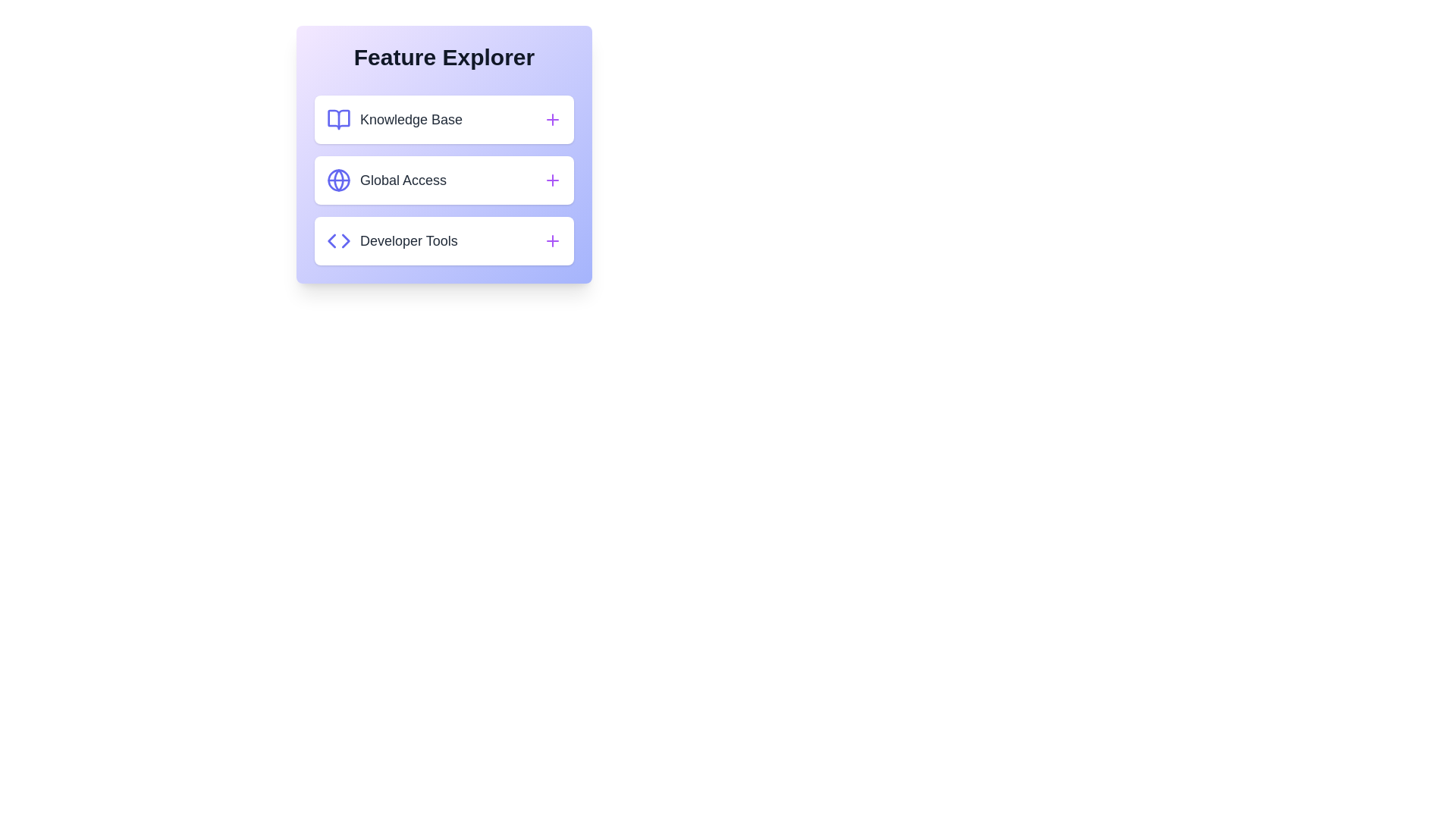 The width and height of the screenshot is (1456, 819). I want to click on the list item Knowledge Base to observe its hover effect, so click(443, 119).